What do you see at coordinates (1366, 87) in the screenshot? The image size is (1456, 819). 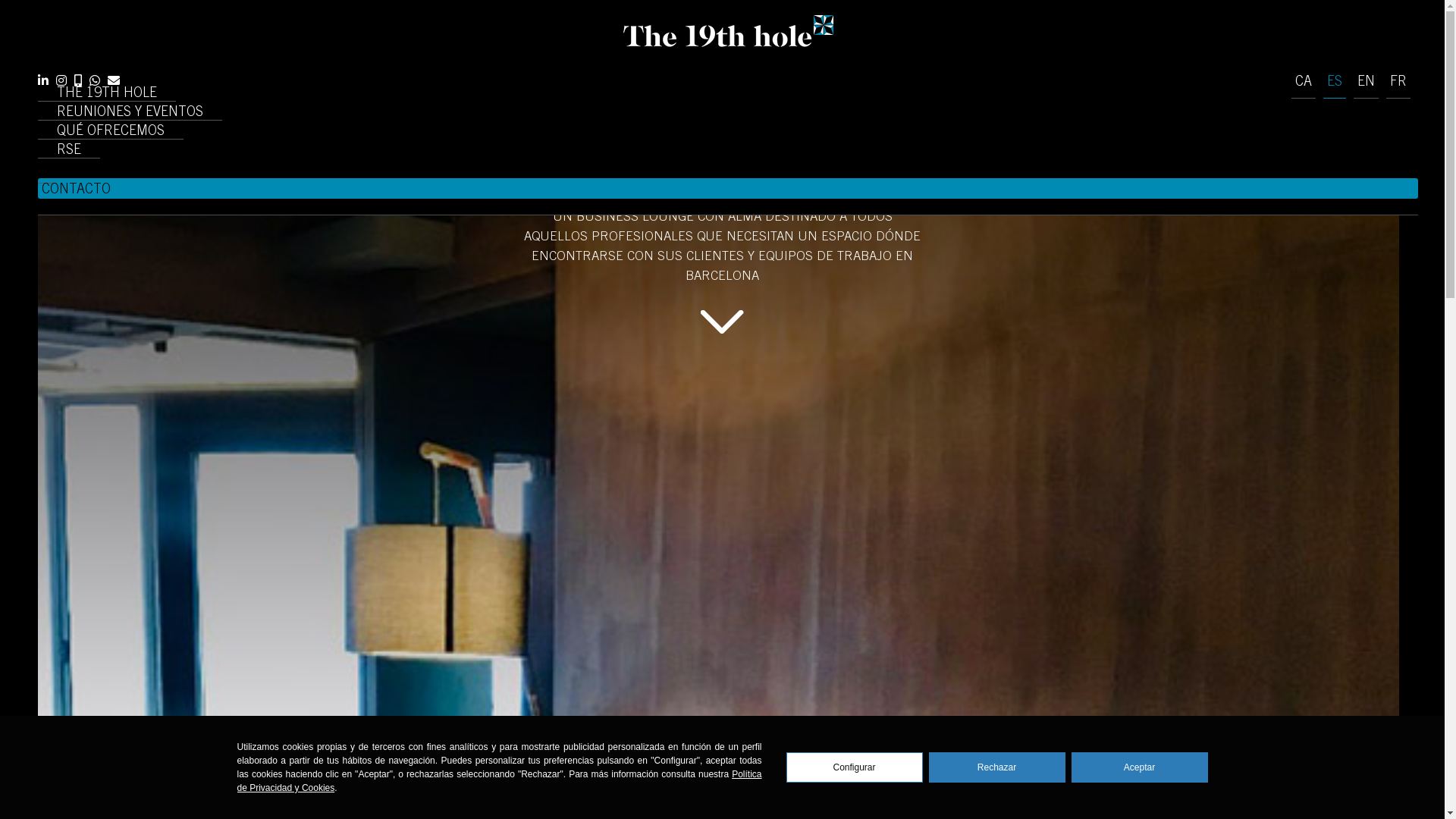 I see `'EN'` at bounding box center [1366, 87].